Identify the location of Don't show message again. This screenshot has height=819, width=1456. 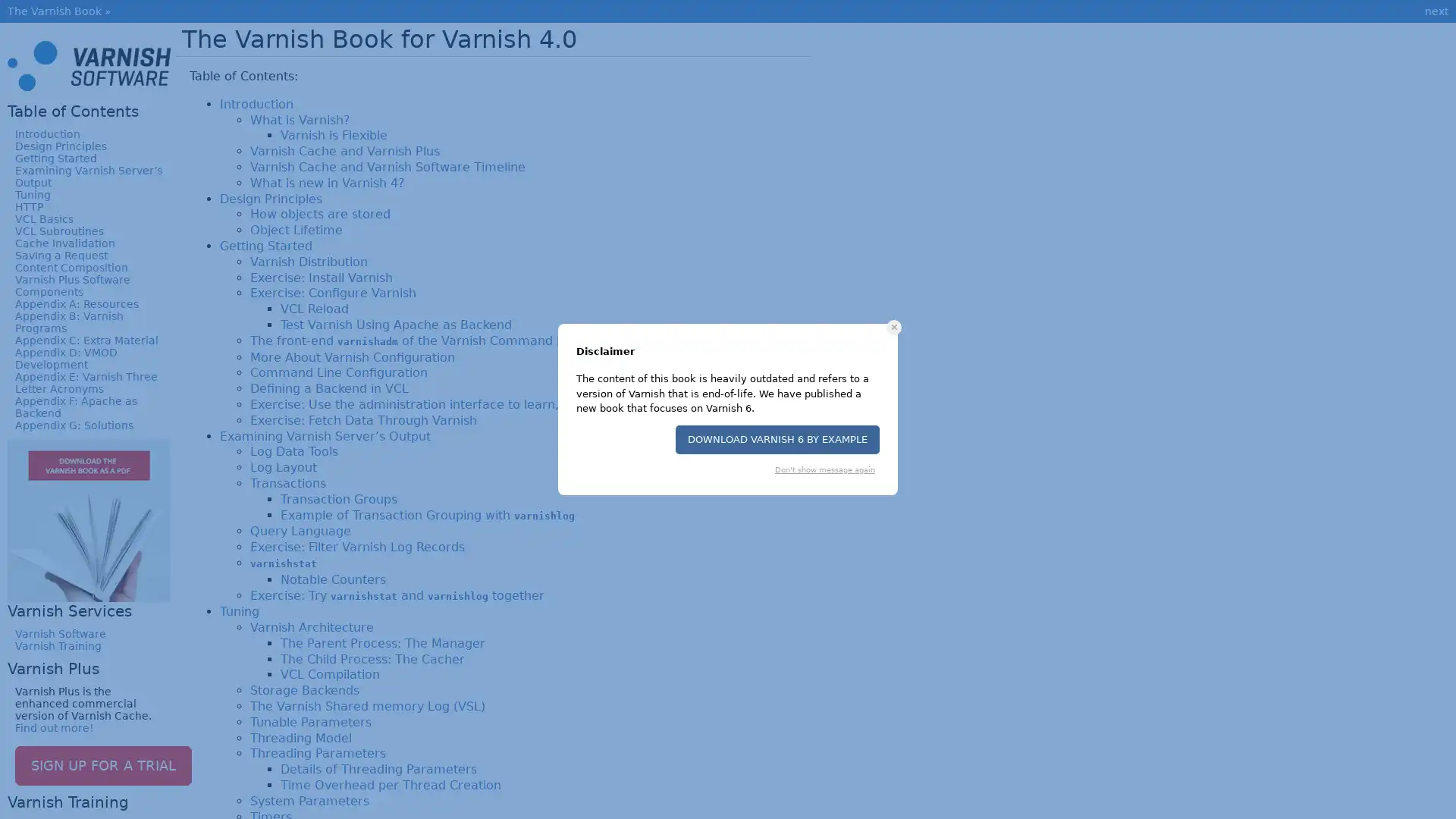
(824, 467).